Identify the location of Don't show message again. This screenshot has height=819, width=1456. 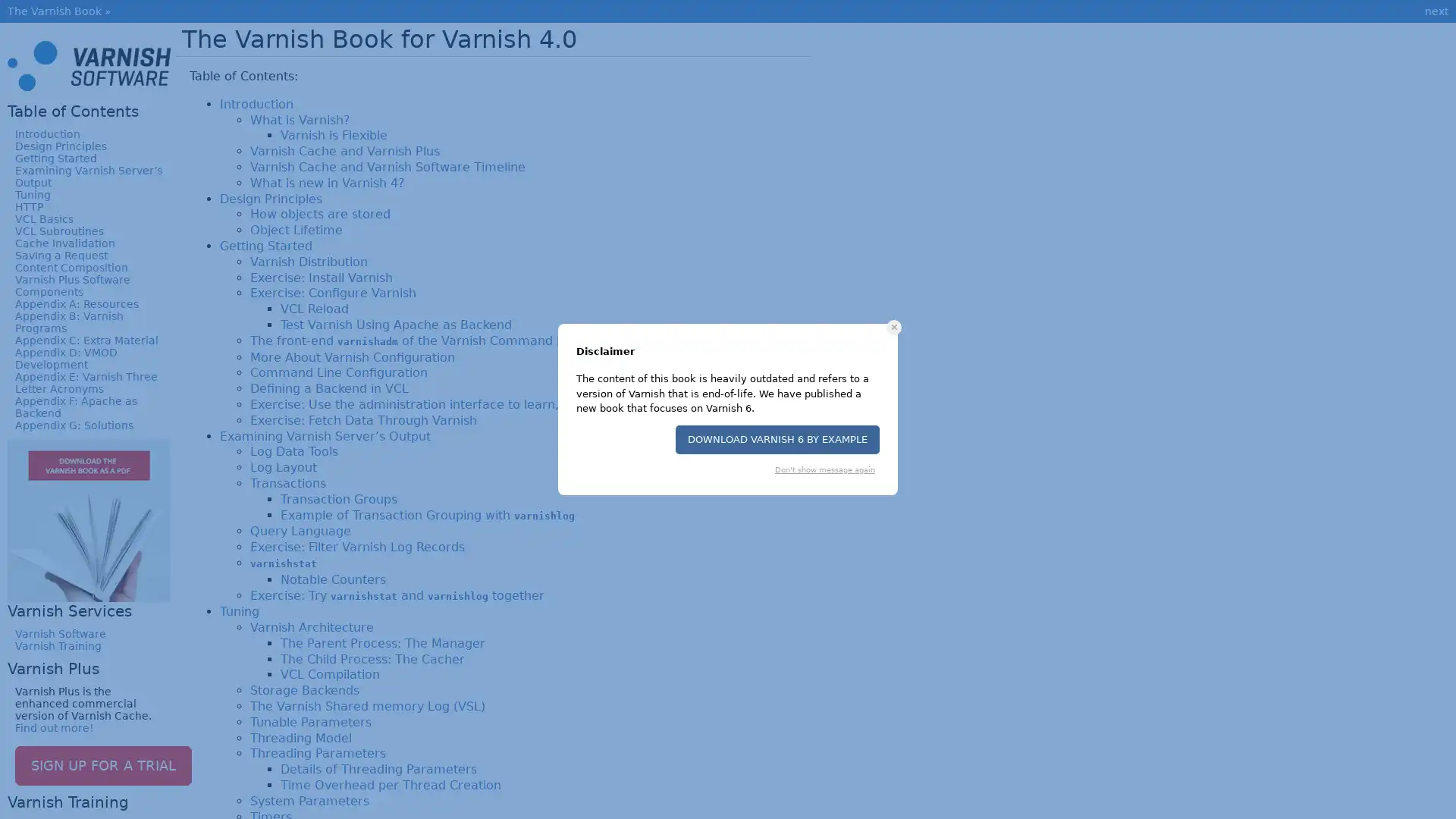
(824, 467).